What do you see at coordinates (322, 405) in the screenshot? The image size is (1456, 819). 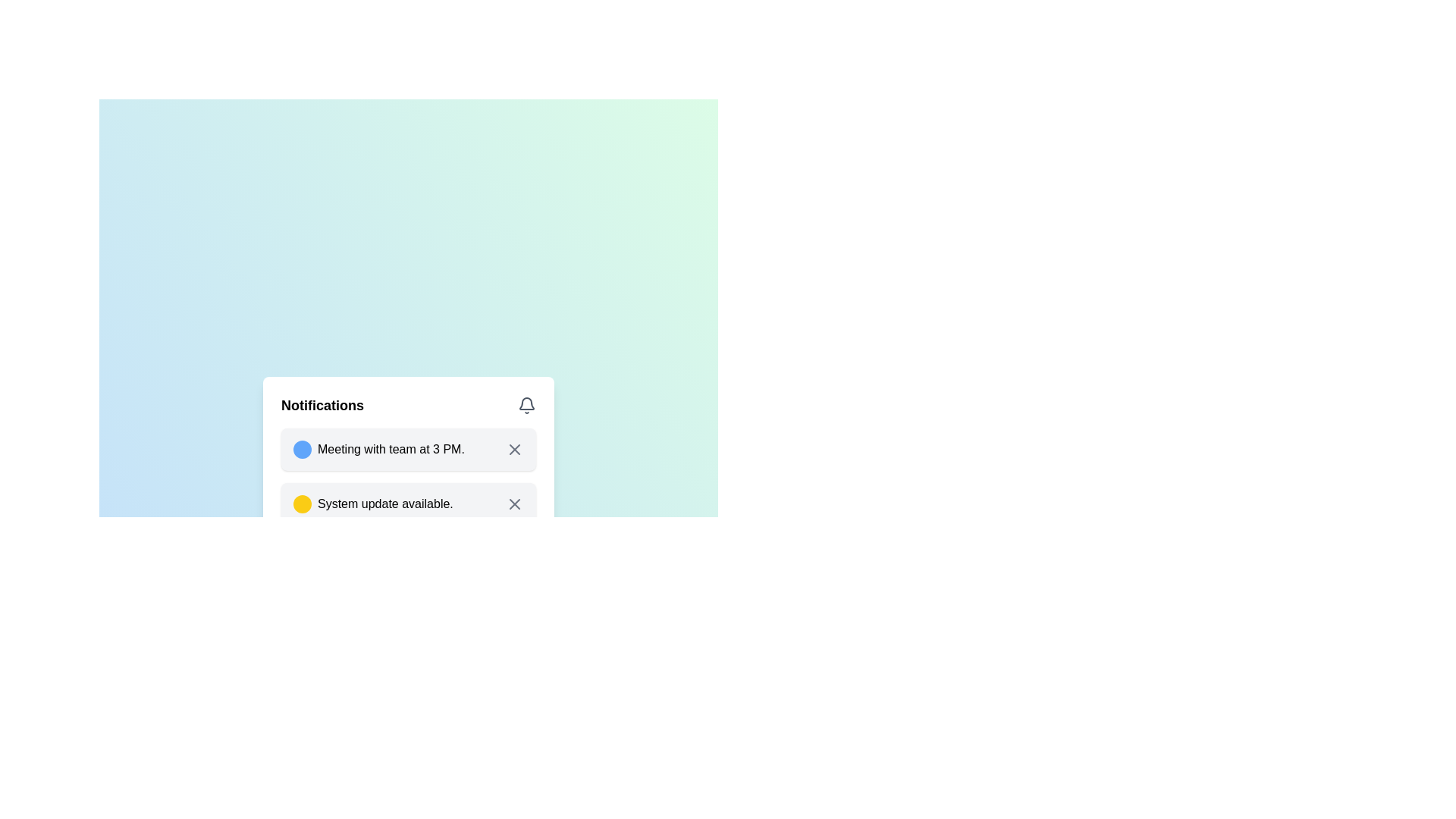 I see `text label 'Notifications' which is styled in bold and large font, located in the header section of the notifications panel, aligned left and adjacent to a bell icon` at bounding box center [322, 405].